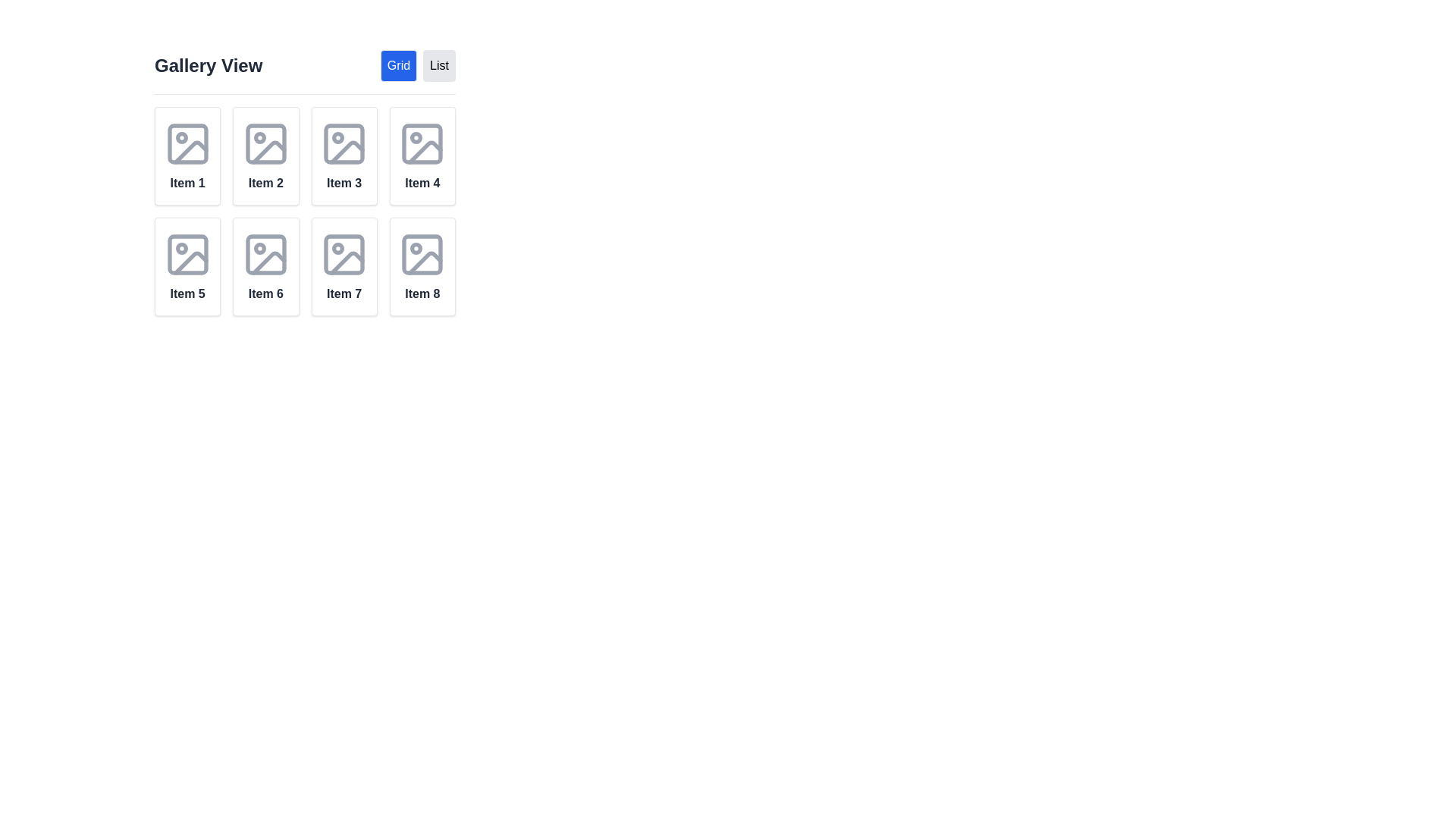 This screenshot has height=819, width=1456. I want to click on the graphical frame element within the SVG icon located in the third grid item of the gallery view, so click(344, 143).